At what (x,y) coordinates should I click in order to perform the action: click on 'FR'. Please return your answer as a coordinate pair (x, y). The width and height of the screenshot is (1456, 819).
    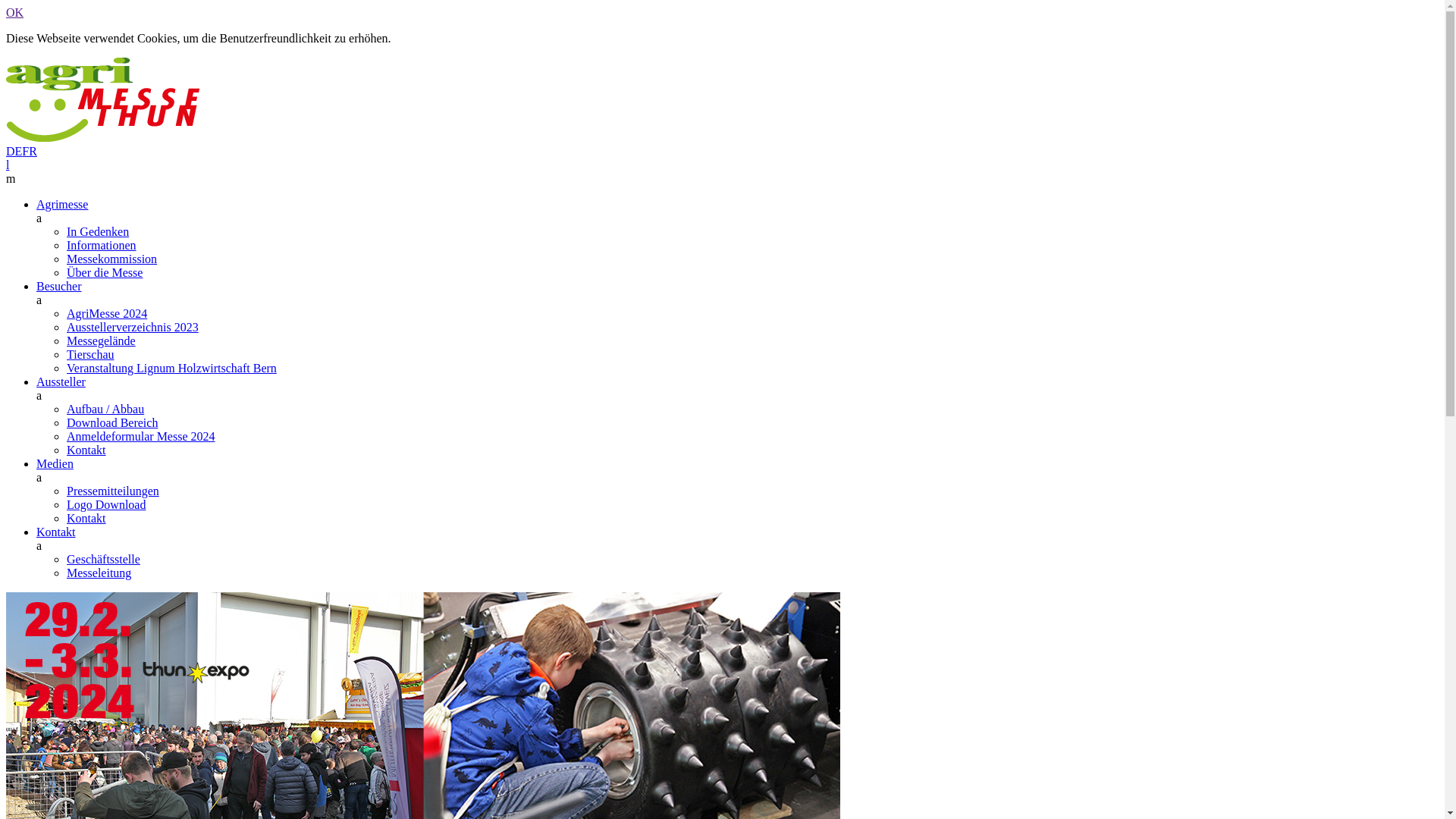
    Looking at the image, I should click on (29, 151).